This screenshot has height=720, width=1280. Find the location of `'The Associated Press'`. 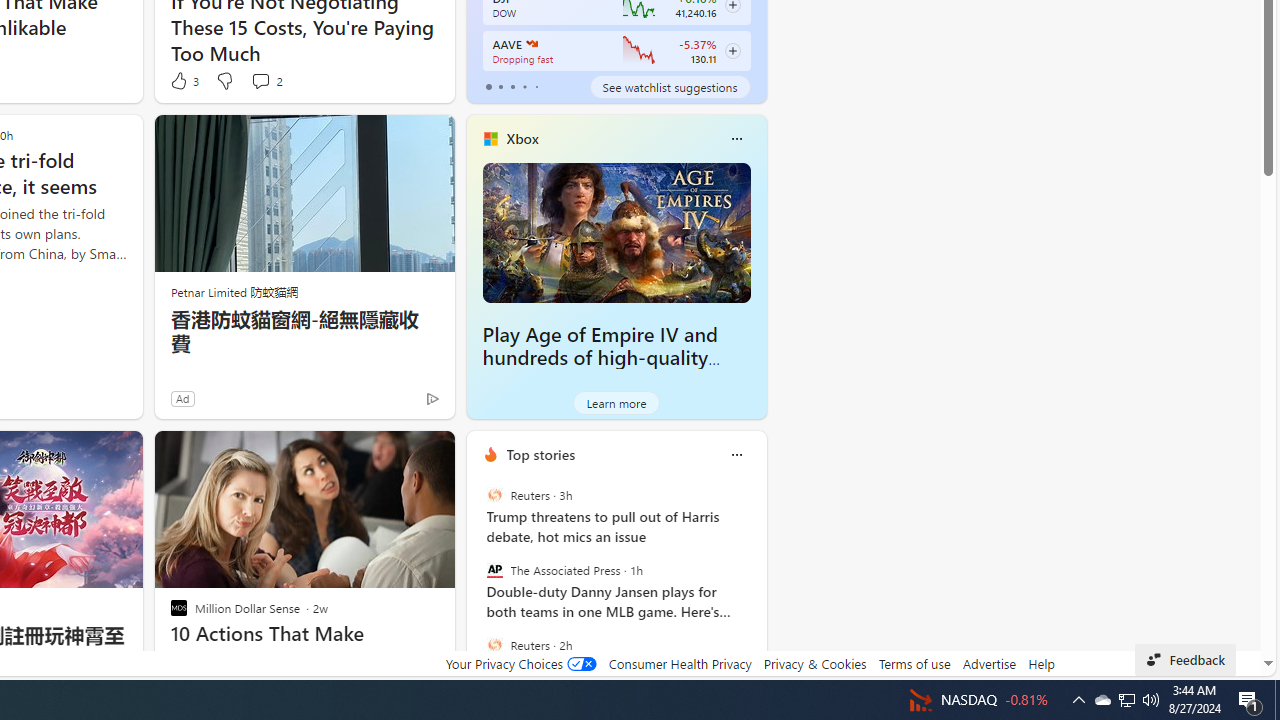

'The Associated Press' is located at coordinates (494, 570).